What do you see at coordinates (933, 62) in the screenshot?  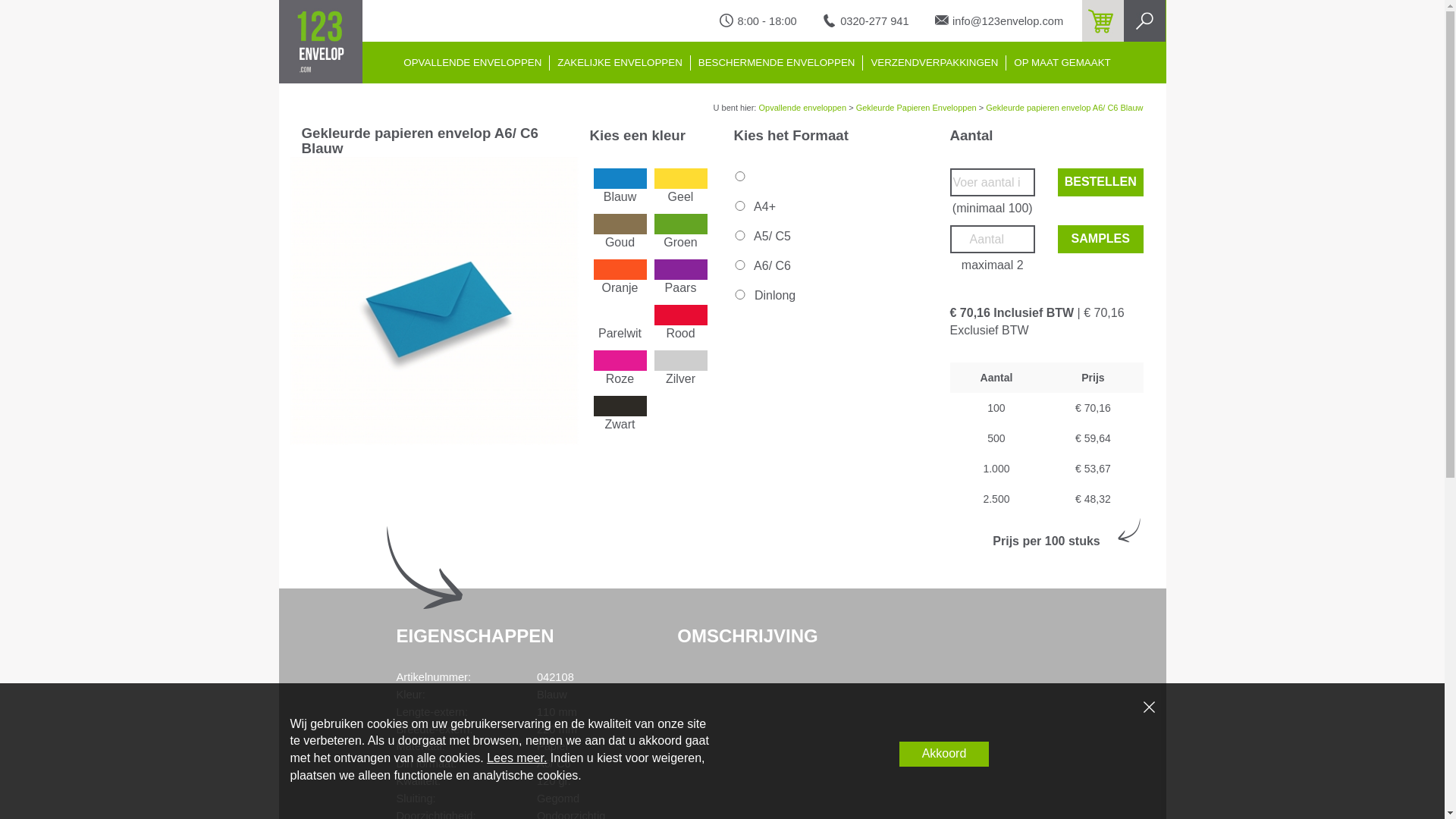 I see `'VERZENDVERPAKKINGEN'` at bounding box center [933, 62].